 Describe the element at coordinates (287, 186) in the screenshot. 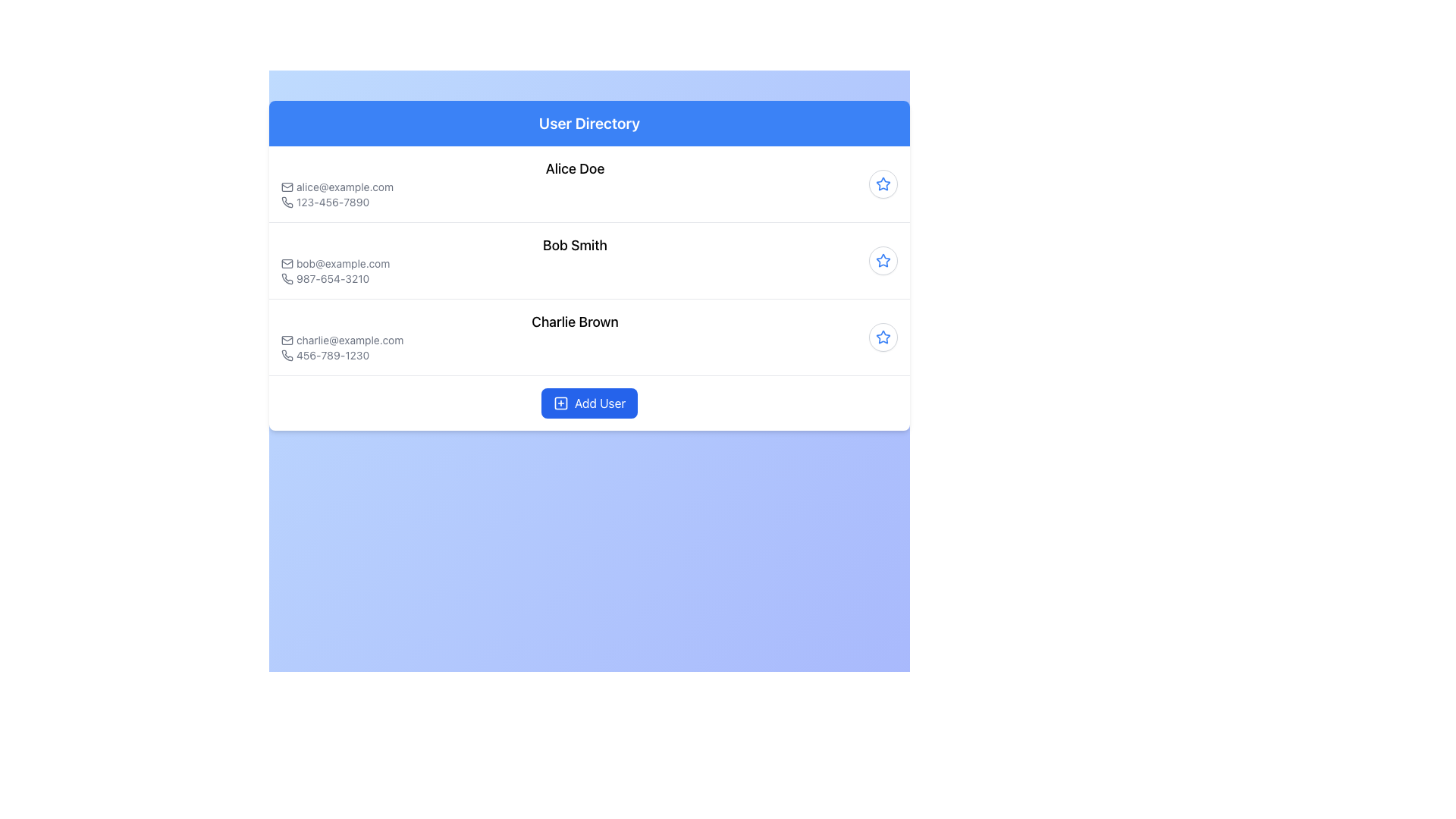

I see `the small mail icon located to the left of the email text 'alice@example.com', which is part of the topmost entry in a list of user details` at that location.